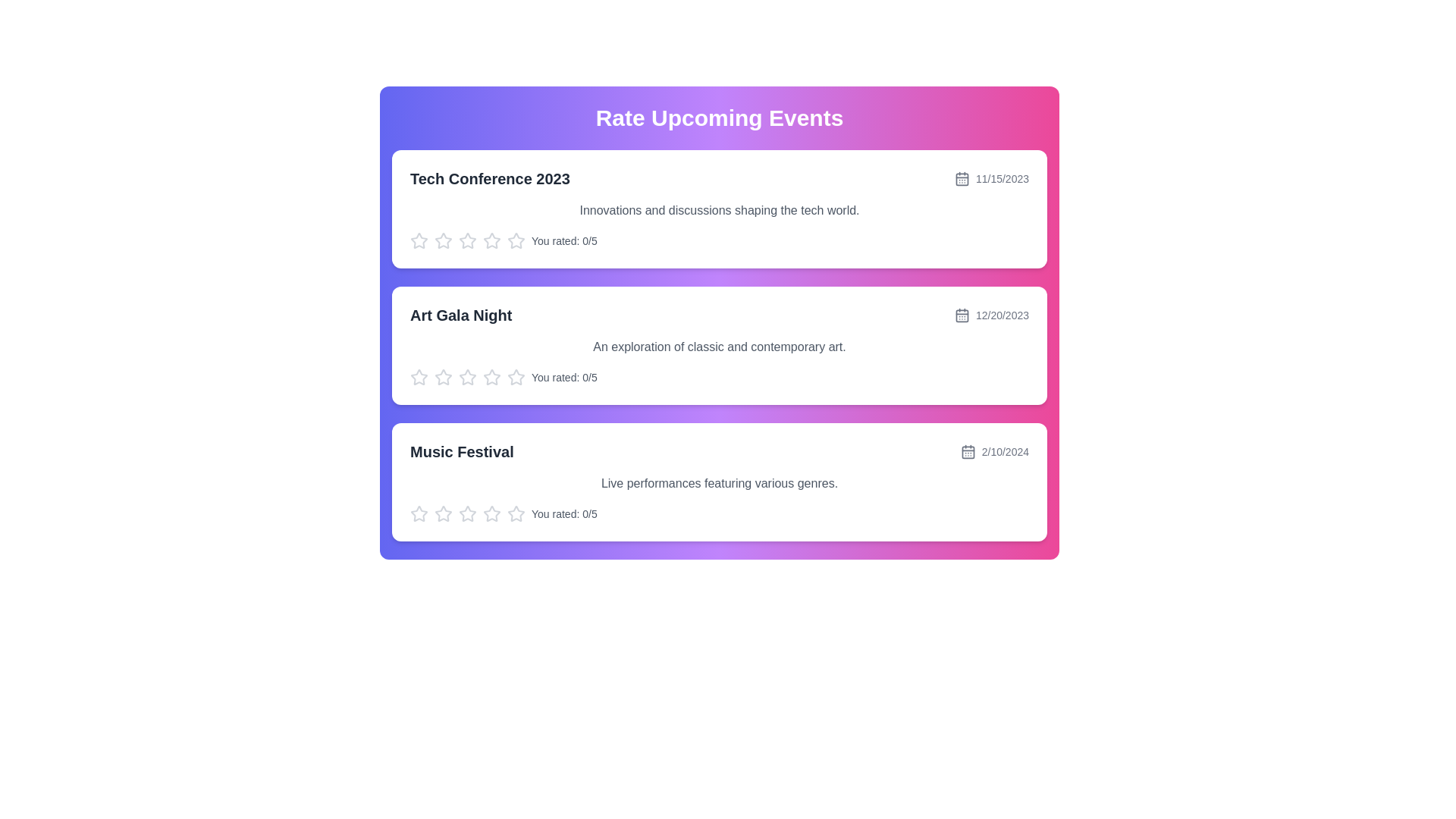 The height and width of the screenshot is (819, 1456). I want to click on the third star-shaped rating icon for accessibility interactions, located below the title 'Tech Conference 2023', so click(443, 240).